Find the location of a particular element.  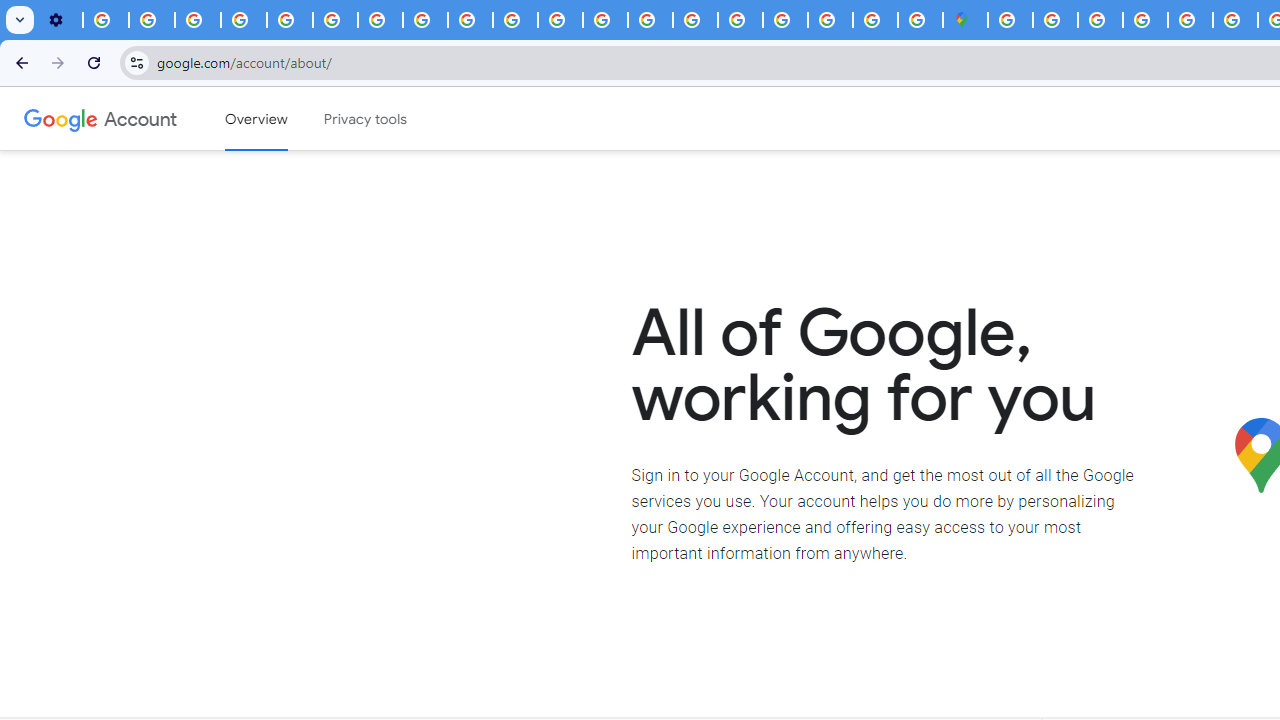

'Google Account overview' is located at coordinates (255, 119).